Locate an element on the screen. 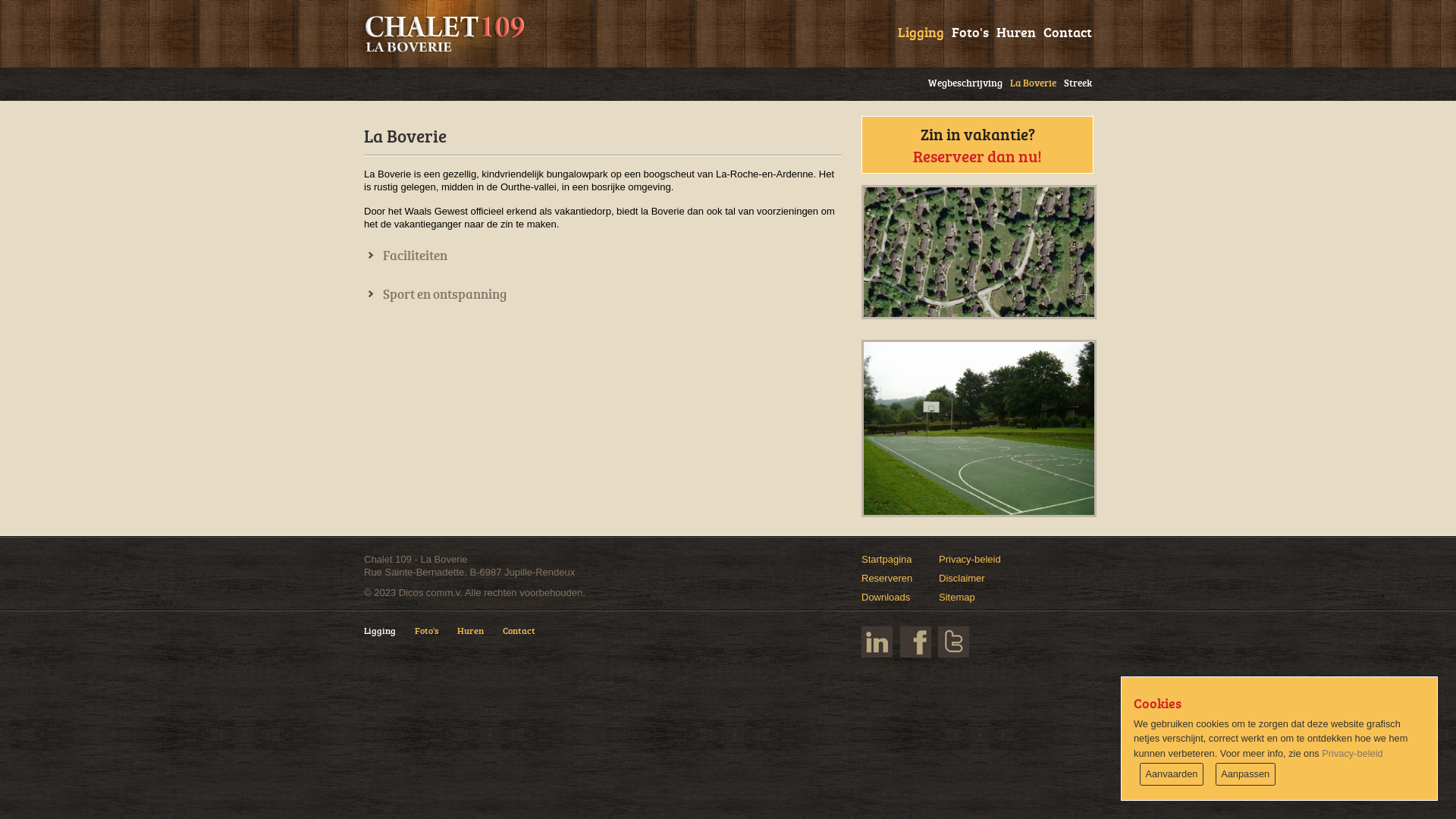  'Aanpassen' is located at coordinates (1245, 774).